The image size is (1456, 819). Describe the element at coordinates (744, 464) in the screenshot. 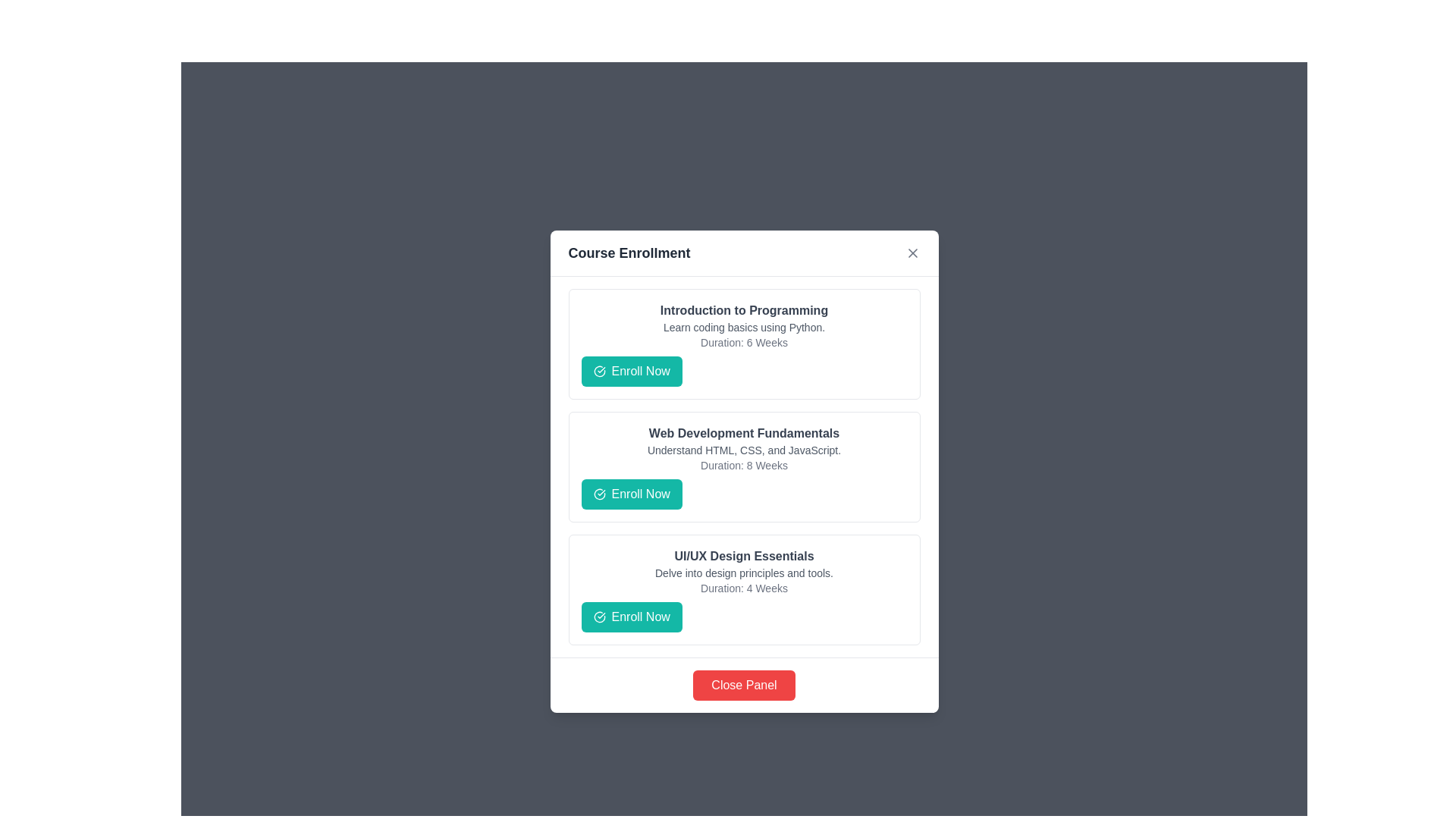

I see `the Text Label element displaying 'Duration: 8 Weeks', located in the second course card above the 'Enroll Now' button` at that location.